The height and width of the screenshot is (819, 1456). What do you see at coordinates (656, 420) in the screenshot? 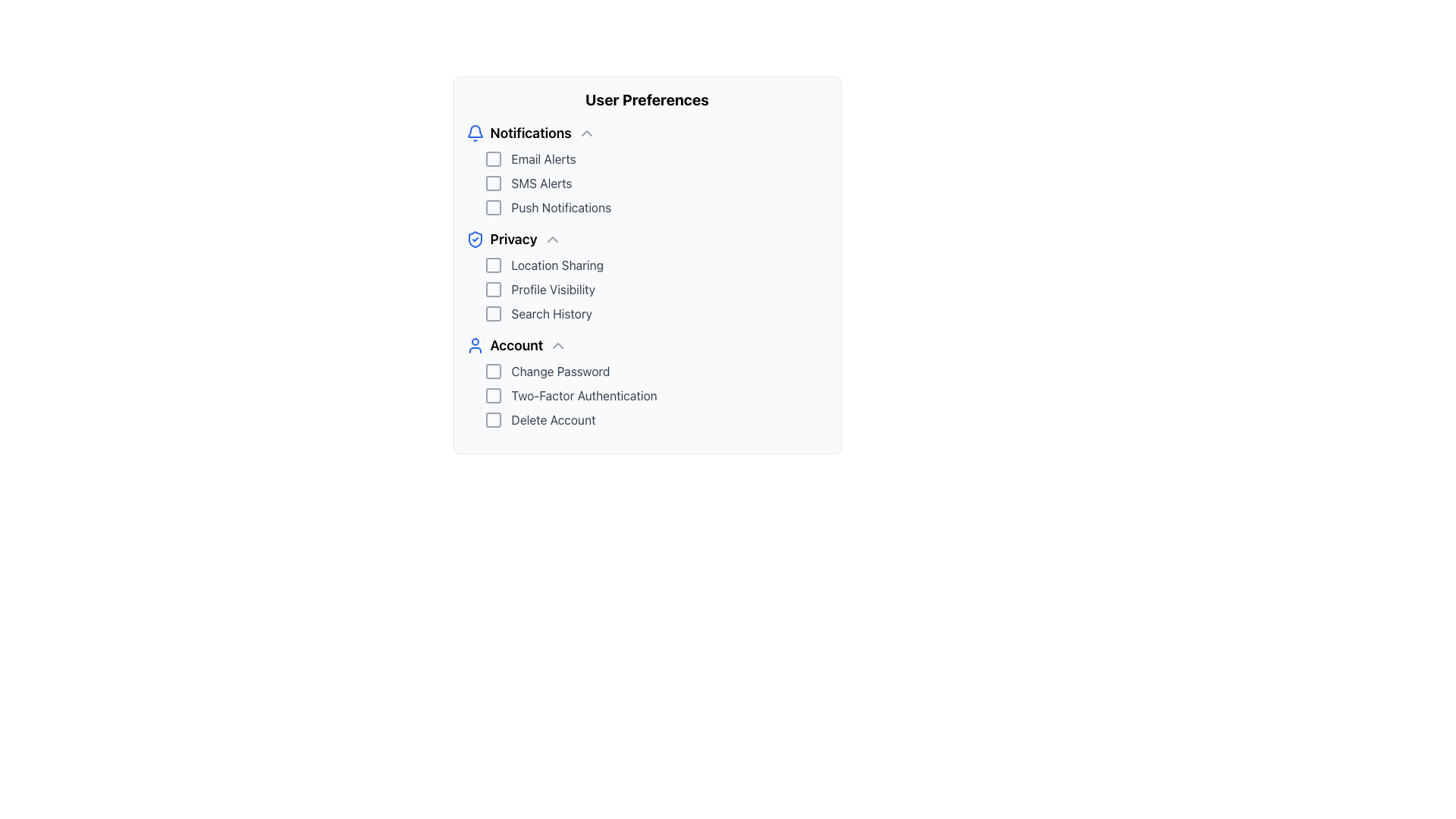
I see `the 'Delete Account' checkbox` at bounding box center [656, 420].